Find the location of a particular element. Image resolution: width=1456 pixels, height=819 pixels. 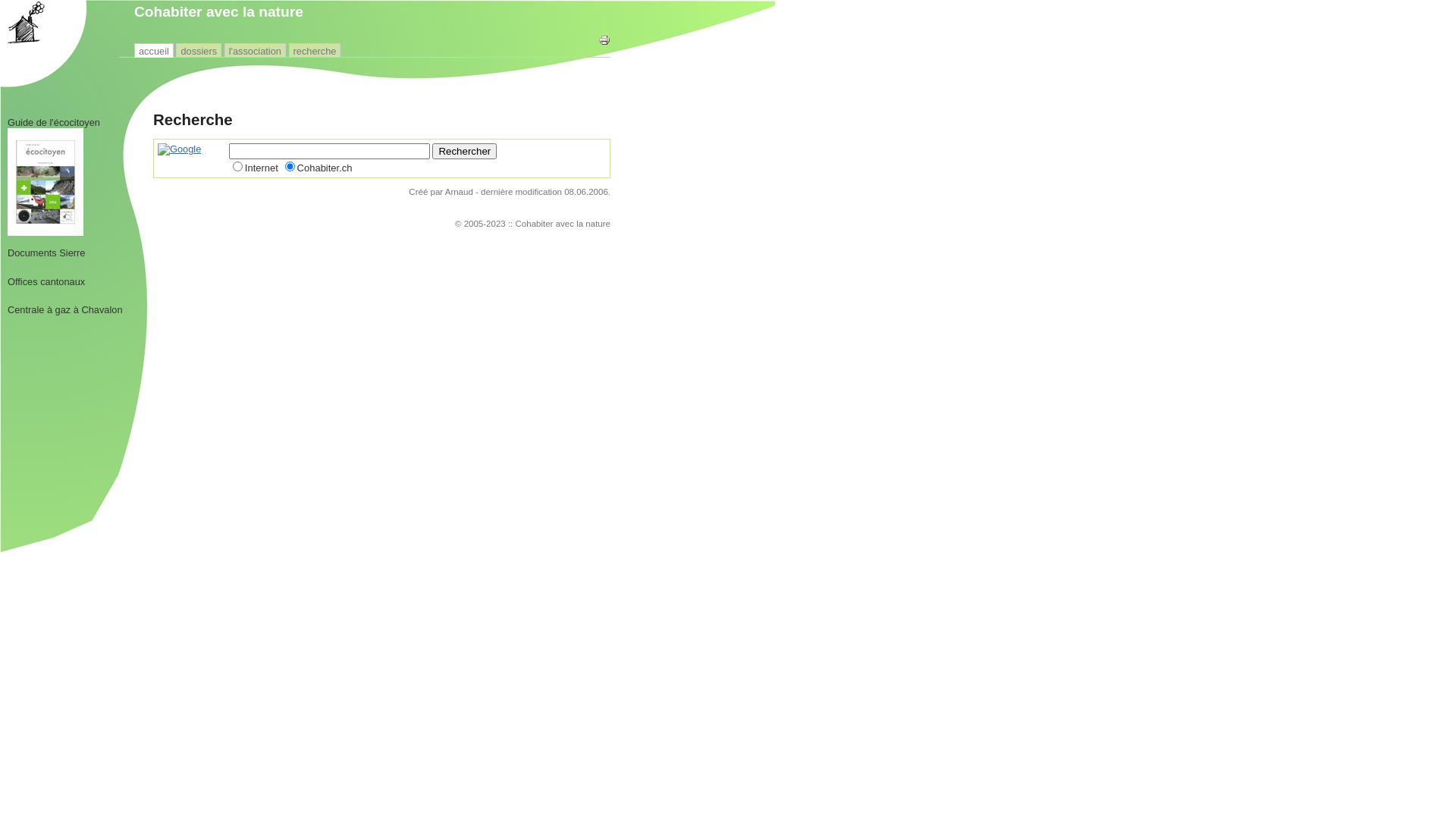

'Offices cantonaux' is located at coordinates (46, 281).